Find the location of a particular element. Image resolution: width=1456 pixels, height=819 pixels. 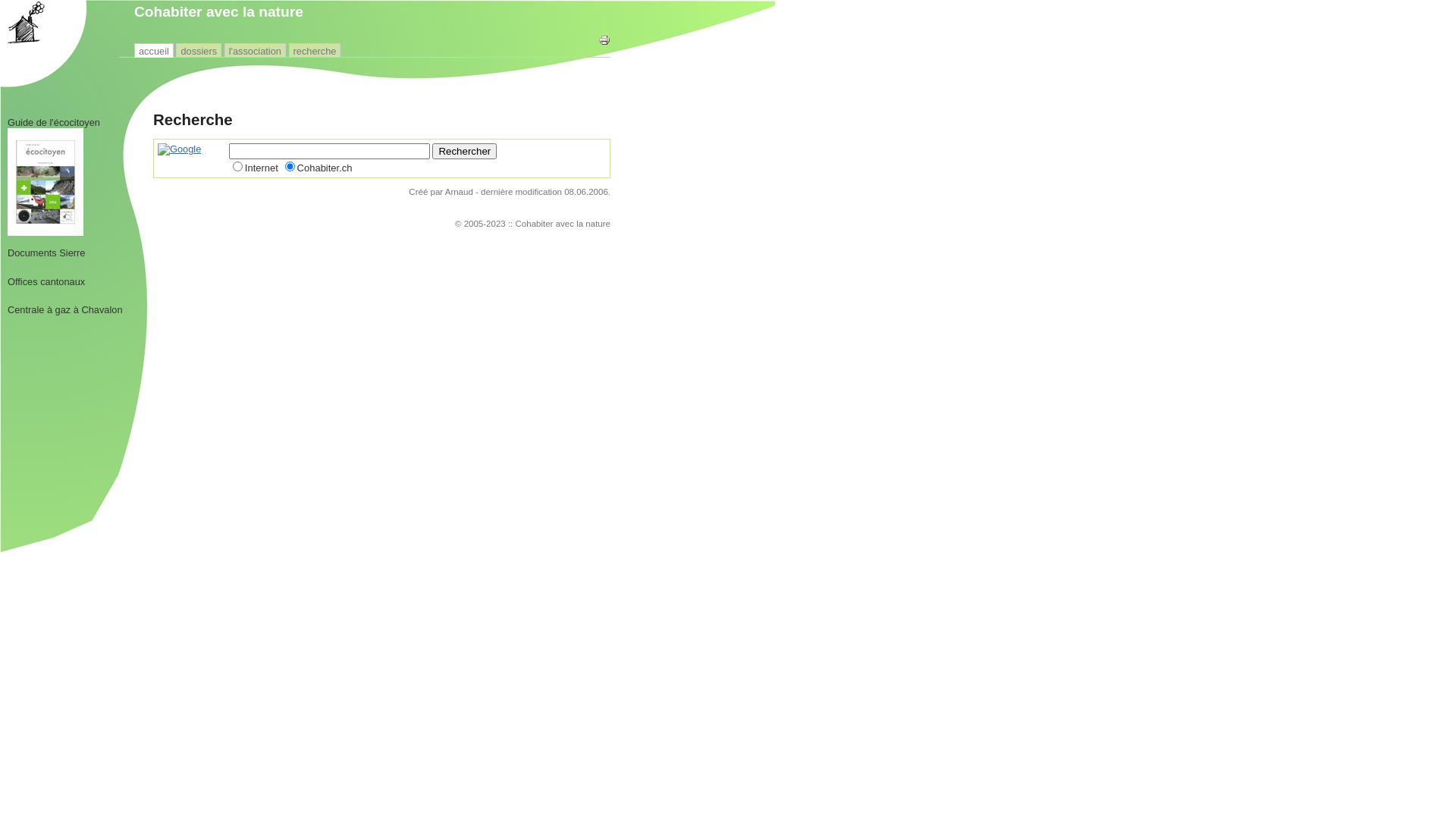

'Offices cantonaux' is located at coordinates (46, 281).